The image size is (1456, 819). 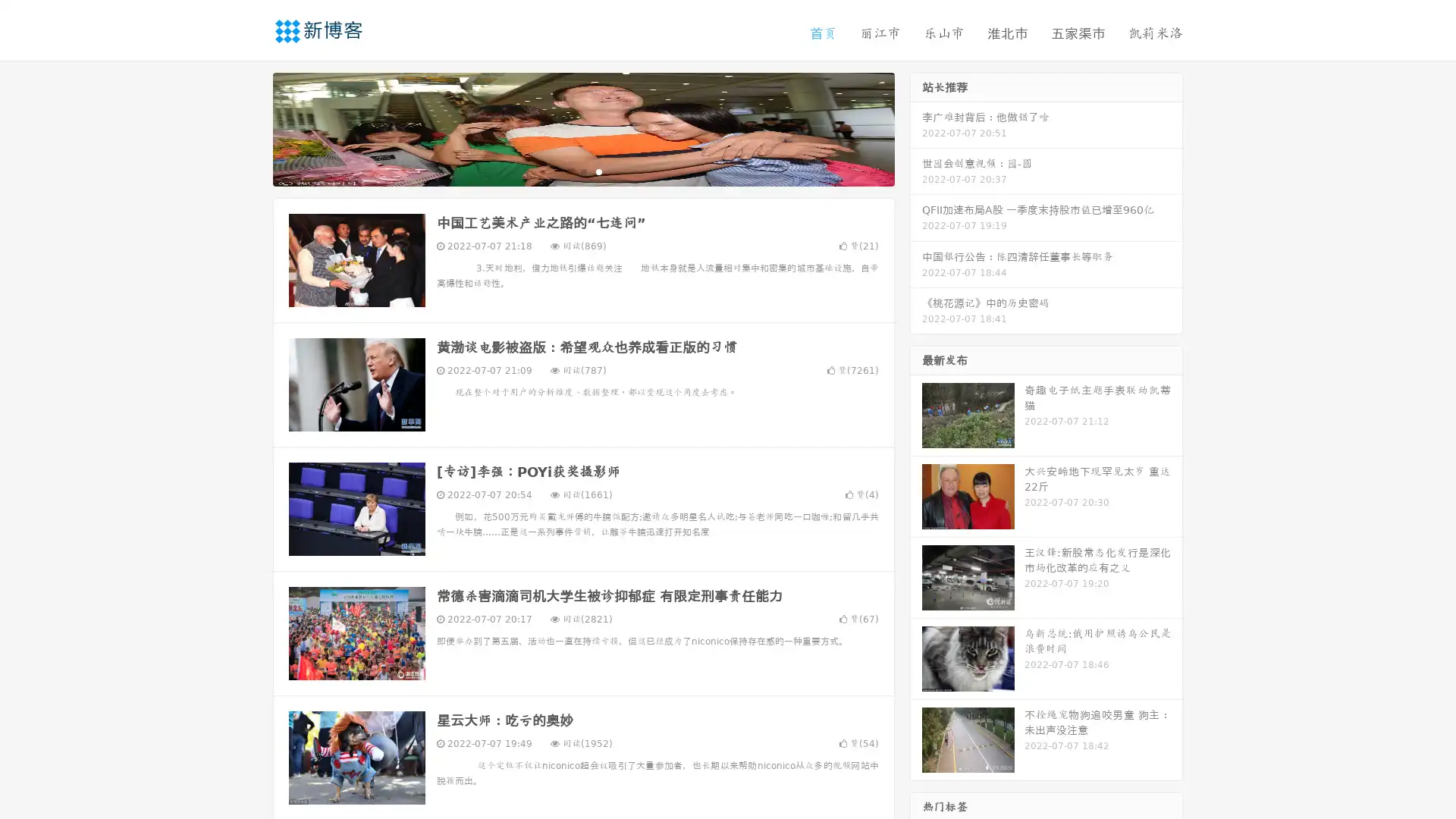 I want to click on Next slide, so click(x=916, y=127).